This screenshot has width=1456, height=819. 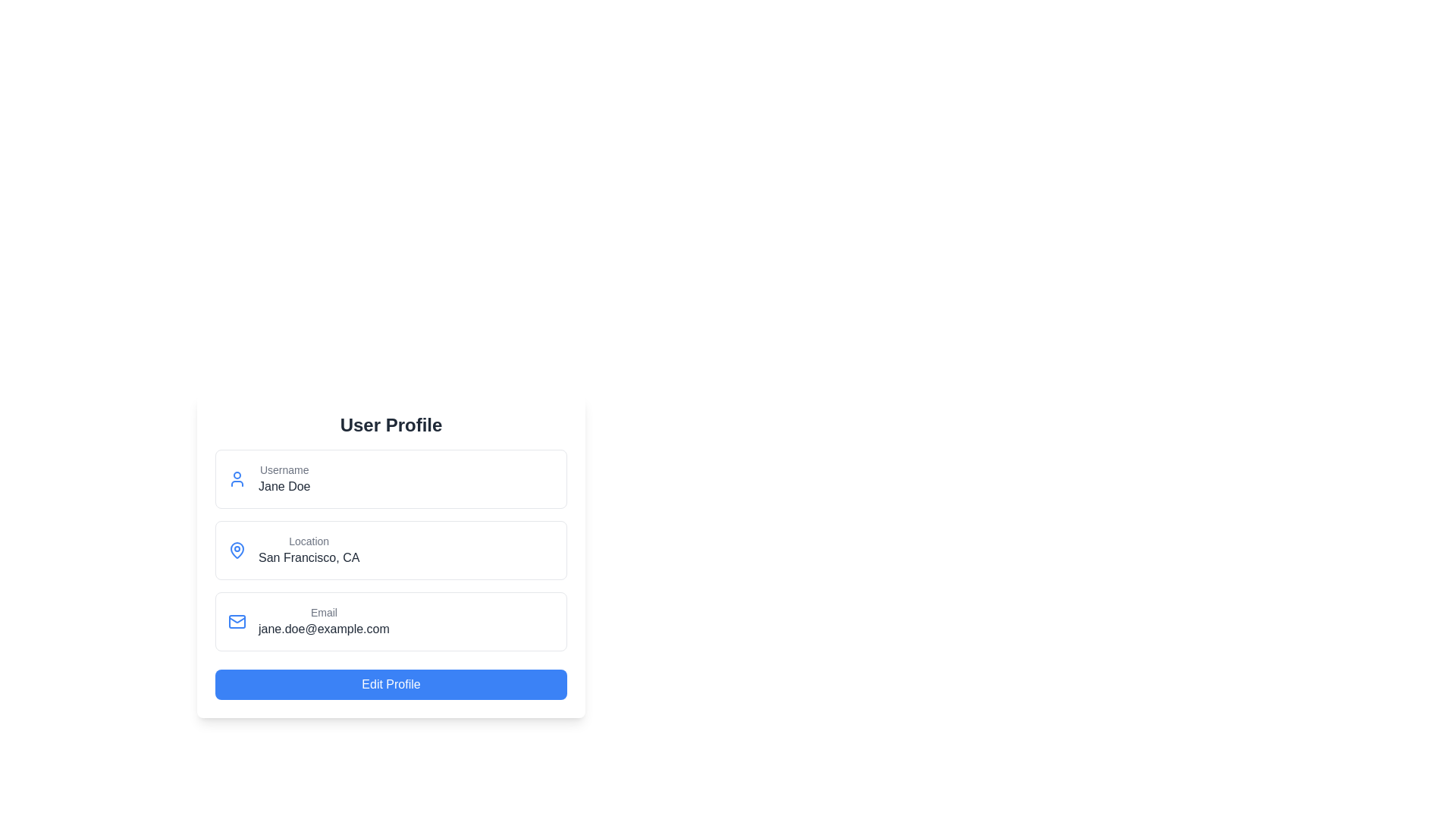 What do you see at coordinates (323, 629) in the screenshot?
I see `the static text displaying 'jane.doe@example.com', which is located at the bottom section of the user profile interface and centered within the layout` at bounding box center [323, 629].